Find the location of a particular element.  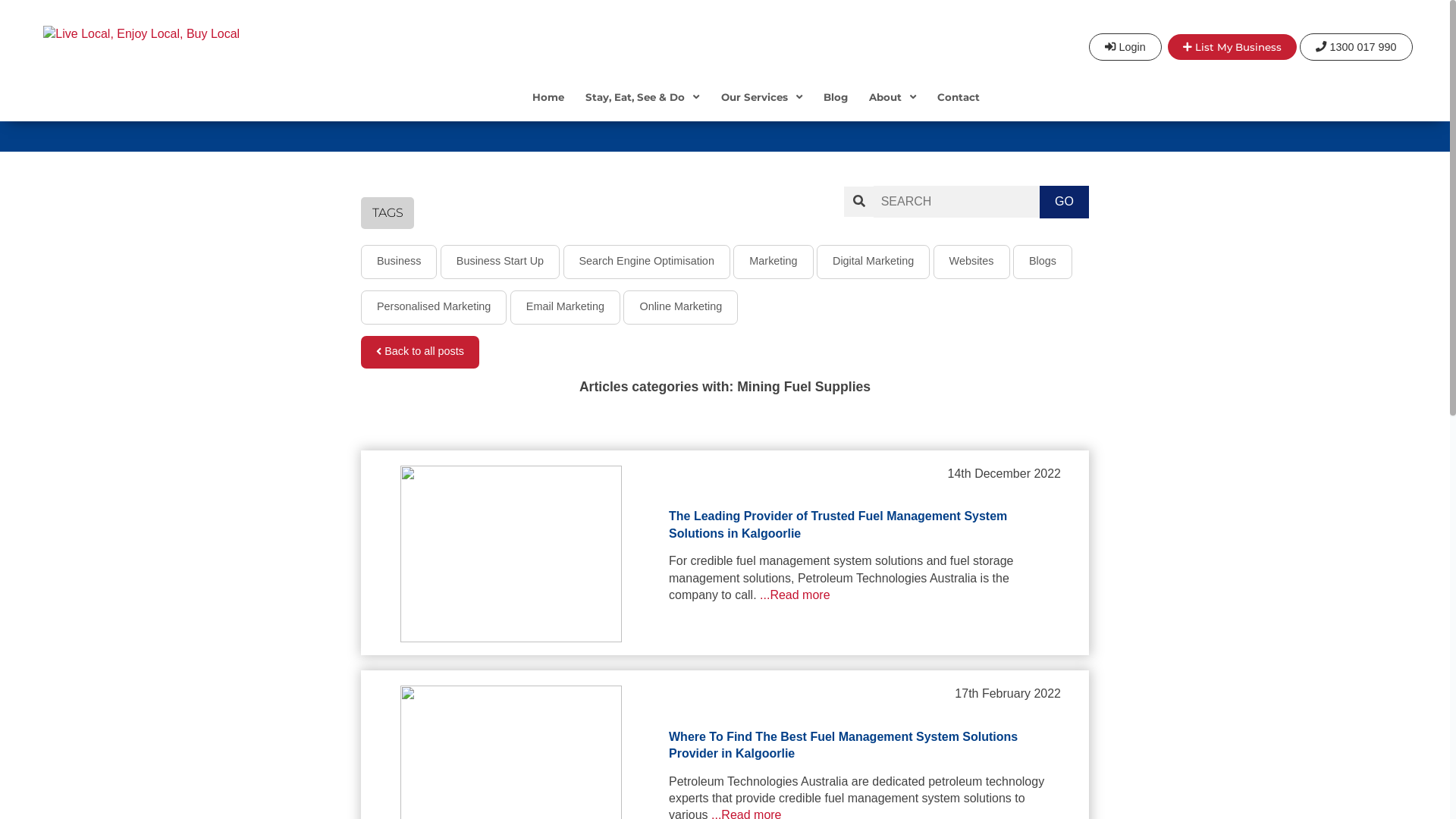

'Our Services' is located at coordinates (761, 107).